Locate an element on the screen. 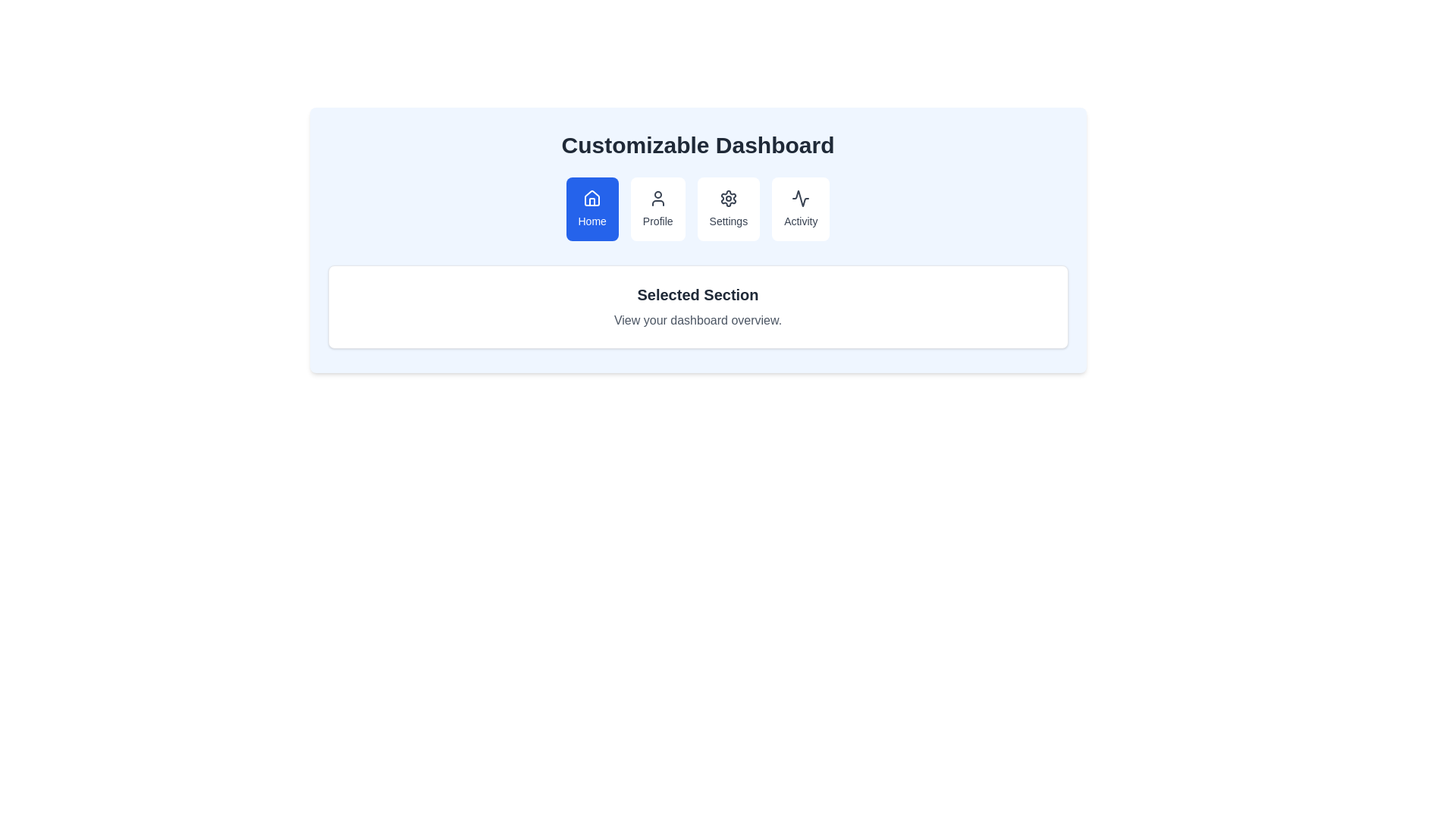  text label 'Profile' which is styled with a medium font size and dark gray color, located below the user silhouette icon in a box with rounded corners is located at coordinates (657, 221).